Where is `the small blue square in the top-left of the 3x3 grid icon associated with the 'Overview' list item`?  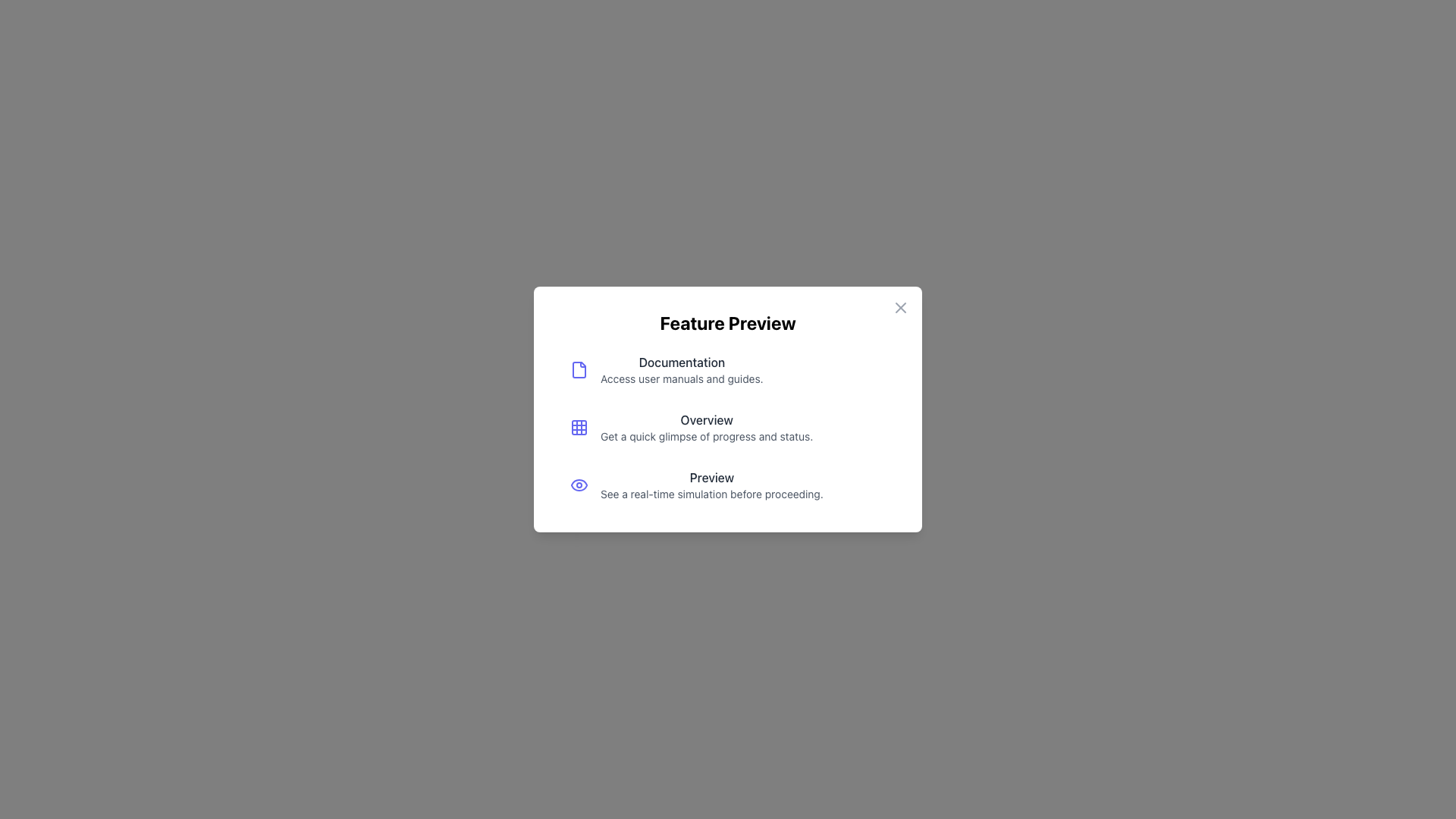
the small blue square in the top-left of the 3x3 grid icon associated with the 'Overview' list item is located at coordinates (578, 427).